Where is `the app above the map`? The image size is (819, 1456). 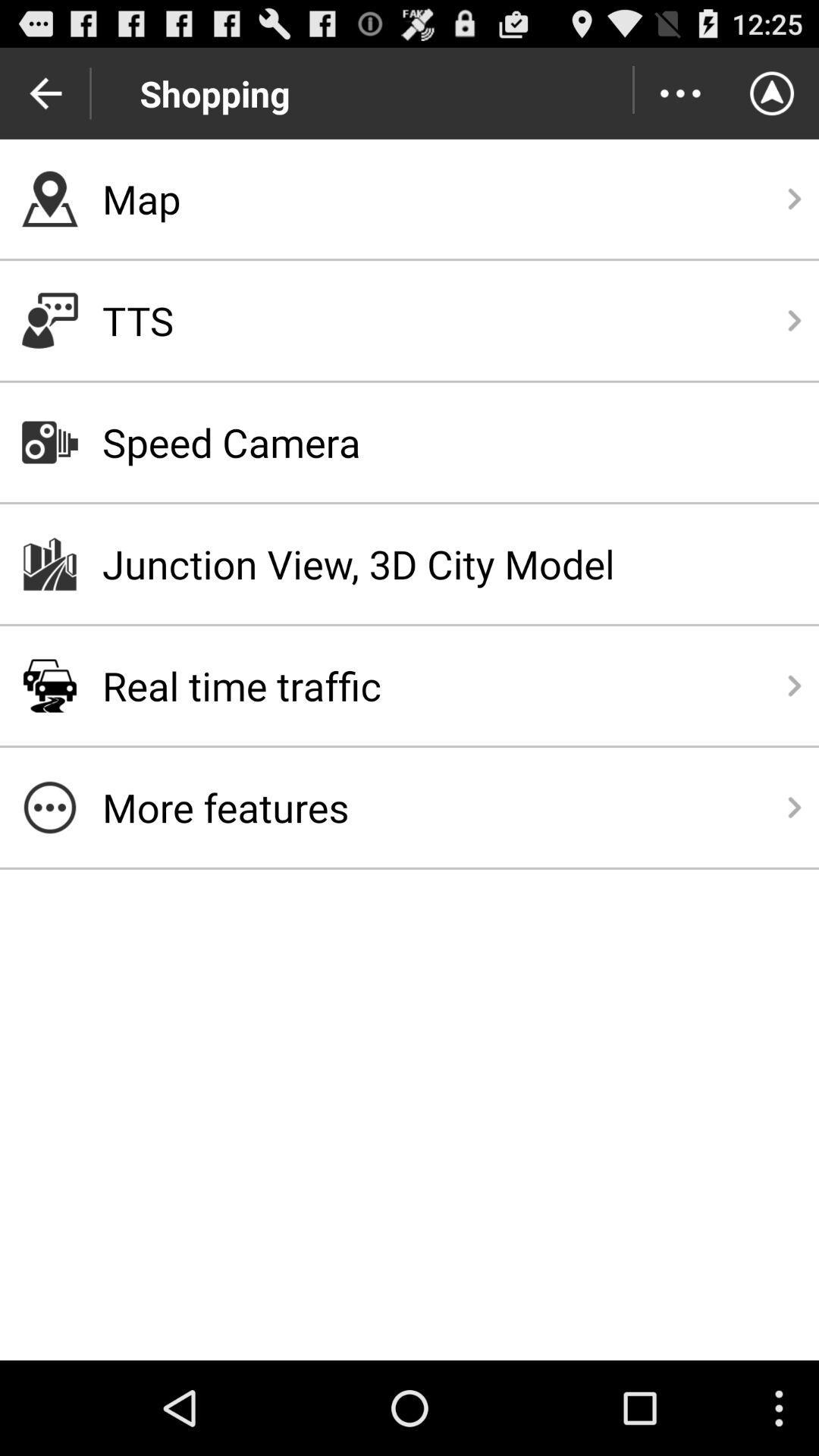 the app above the map is located at coordinates (679, 93).